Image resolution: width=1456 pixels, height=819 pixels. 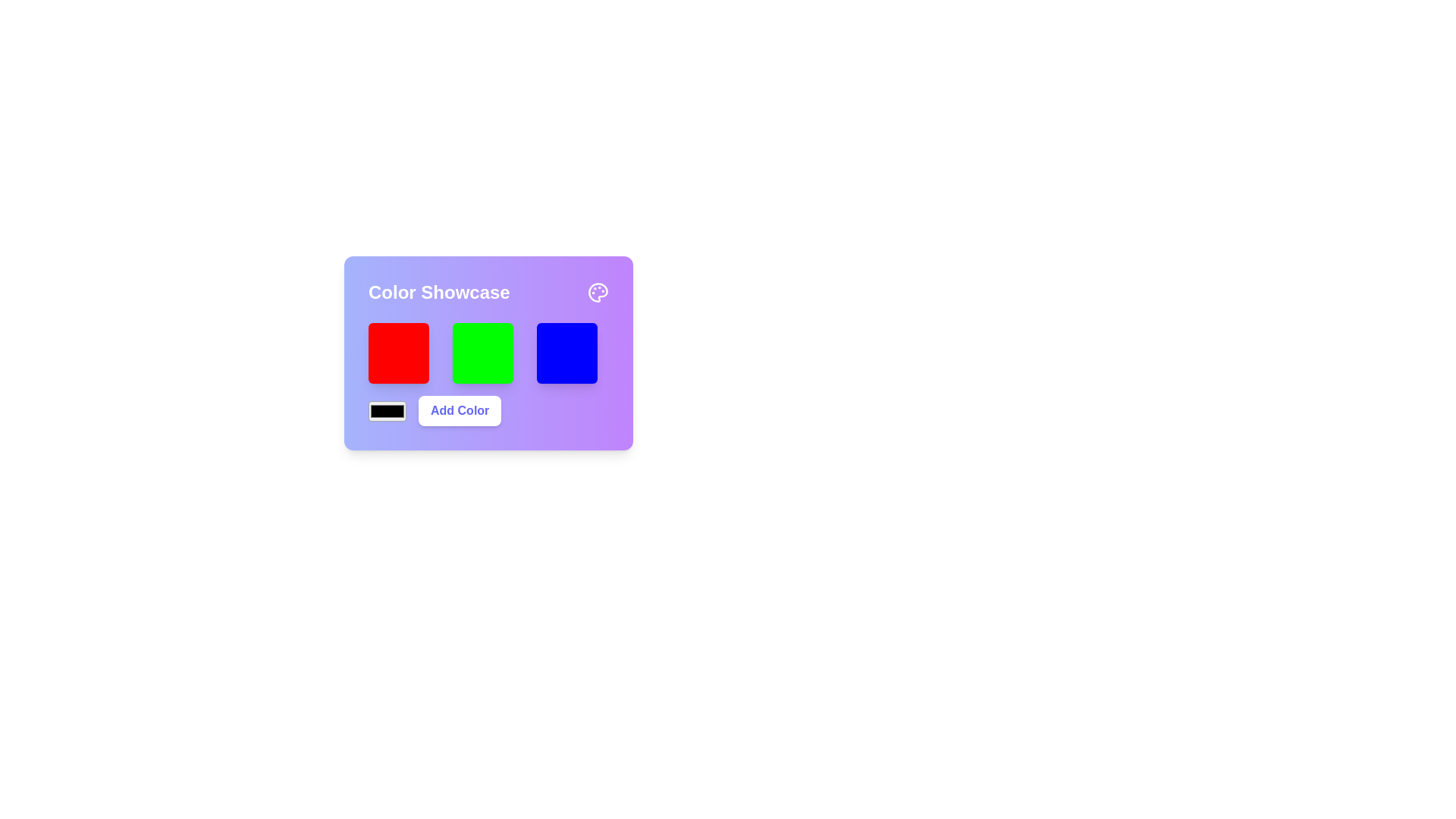 What do you see at coordinates (387, 411) in the screenshot?
I see `the Color Picker Input element` at bounding box center [387, 411].